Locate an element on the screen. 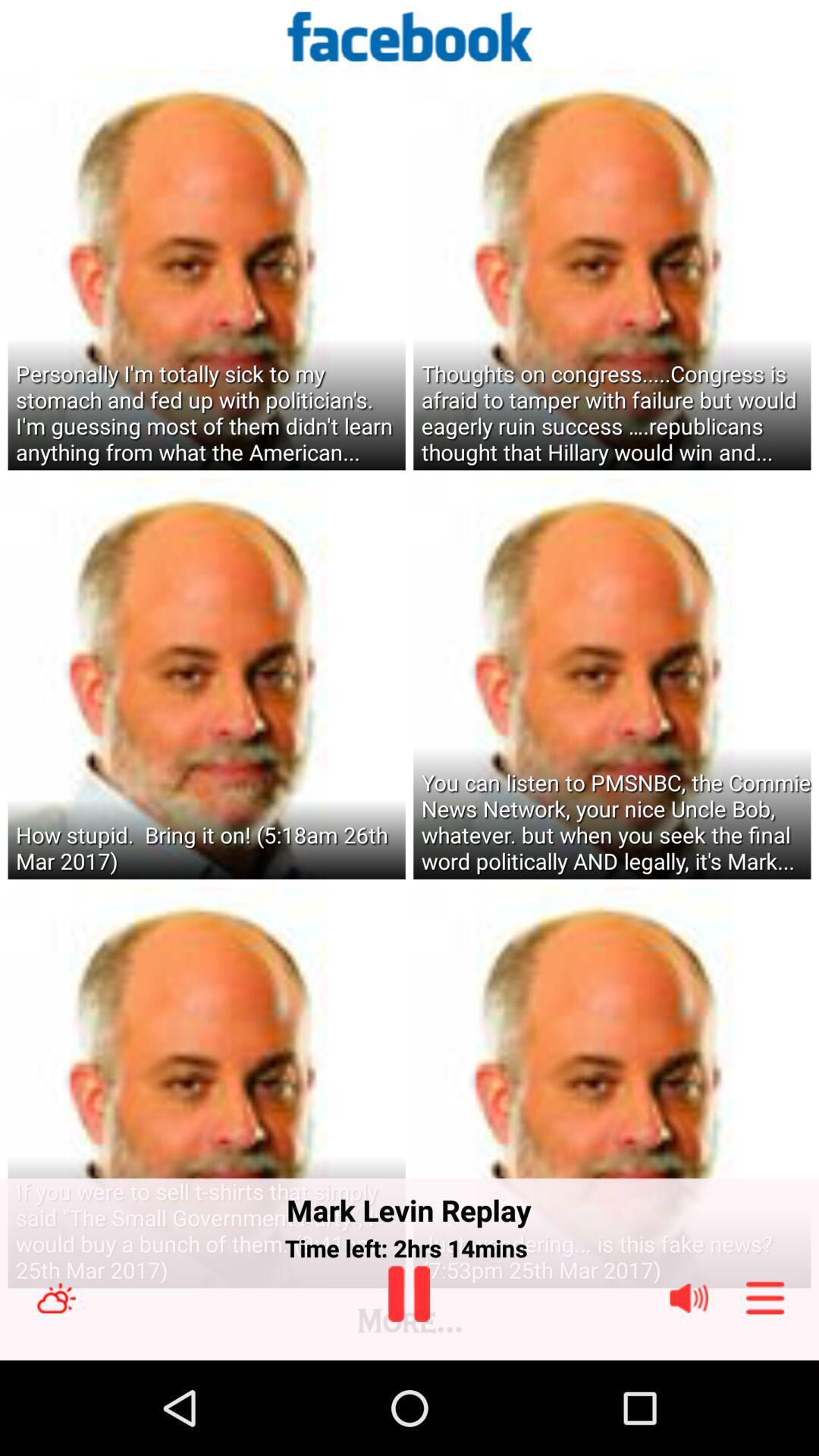 This screenshot has width=819, height=1456. the menu icon is located at coordinates (765, 1389).